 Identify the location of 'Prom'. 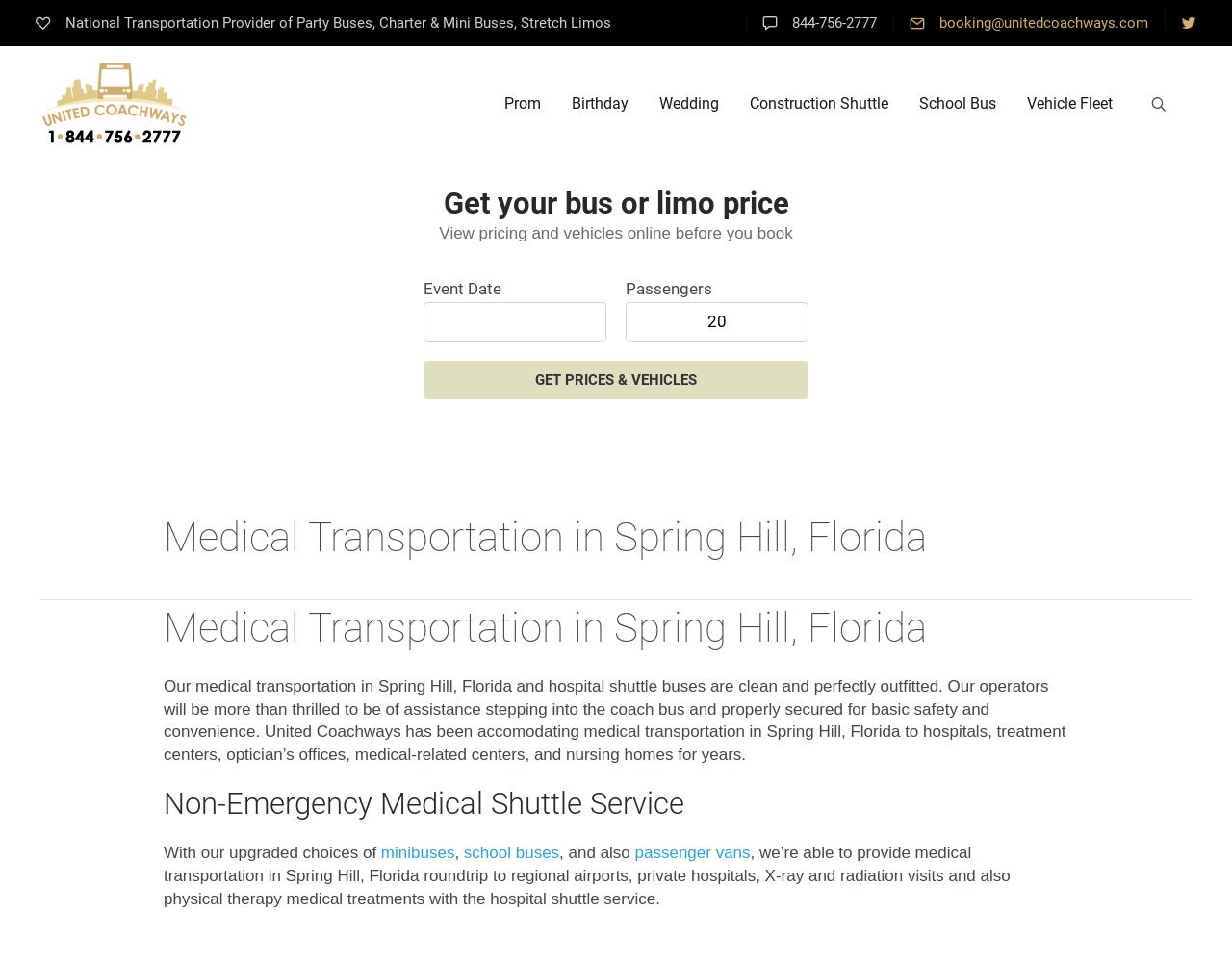
(522, 102).